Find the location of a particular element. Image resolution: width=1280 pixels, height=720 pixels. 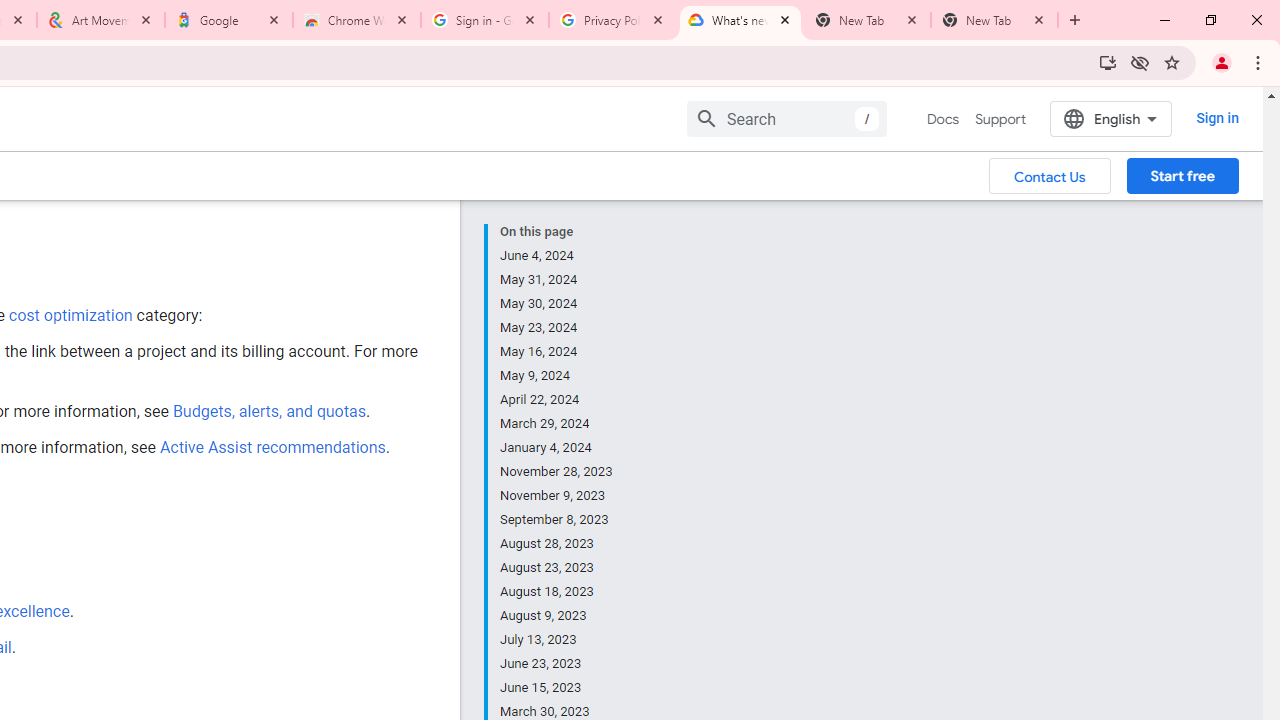

'May 31, 2024' is located at coordinates (557, 280).